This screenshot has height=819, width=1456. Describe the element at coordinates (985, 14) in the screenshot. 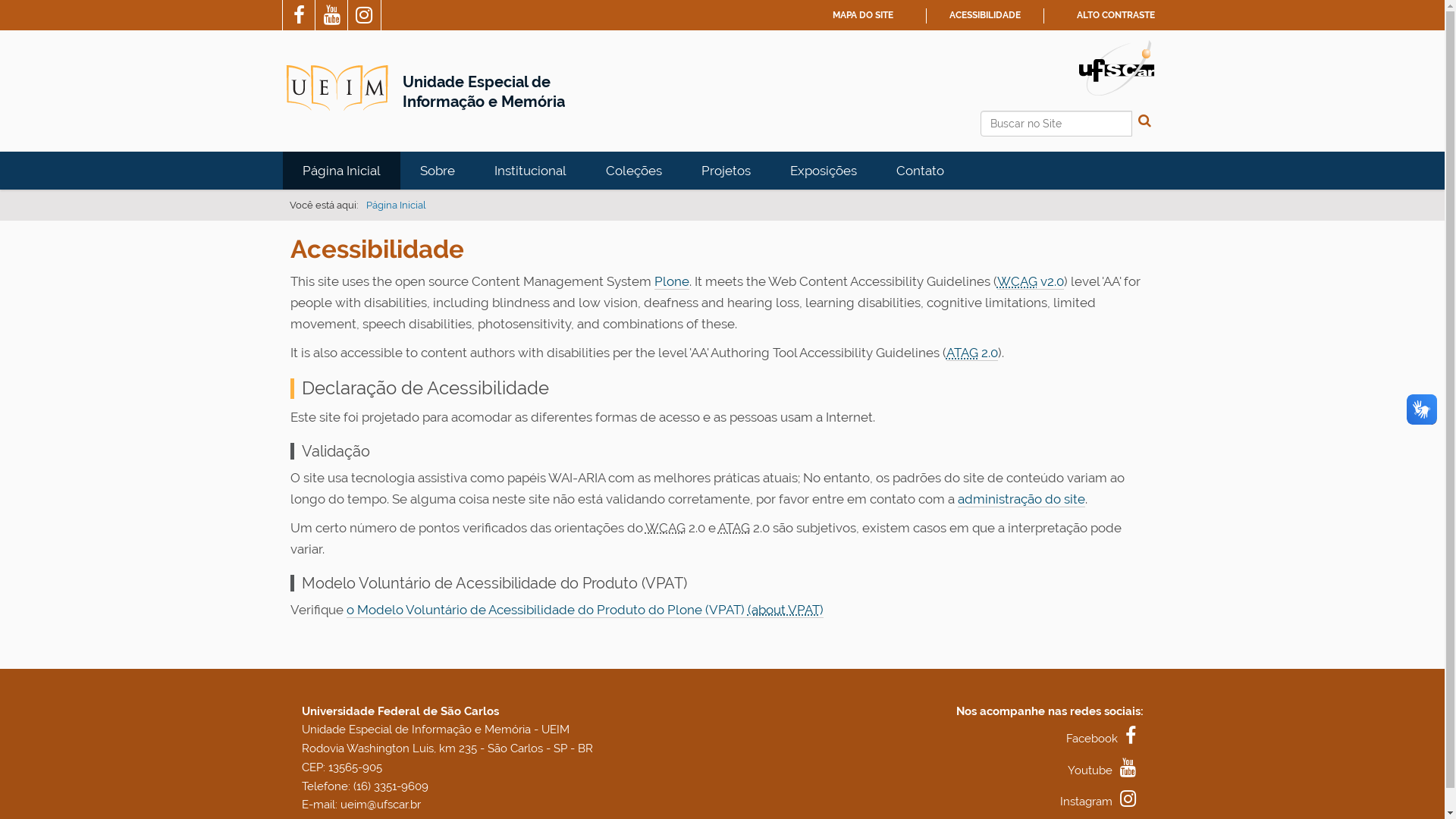

I see `'ACESSIBILIDADE'` at that location.